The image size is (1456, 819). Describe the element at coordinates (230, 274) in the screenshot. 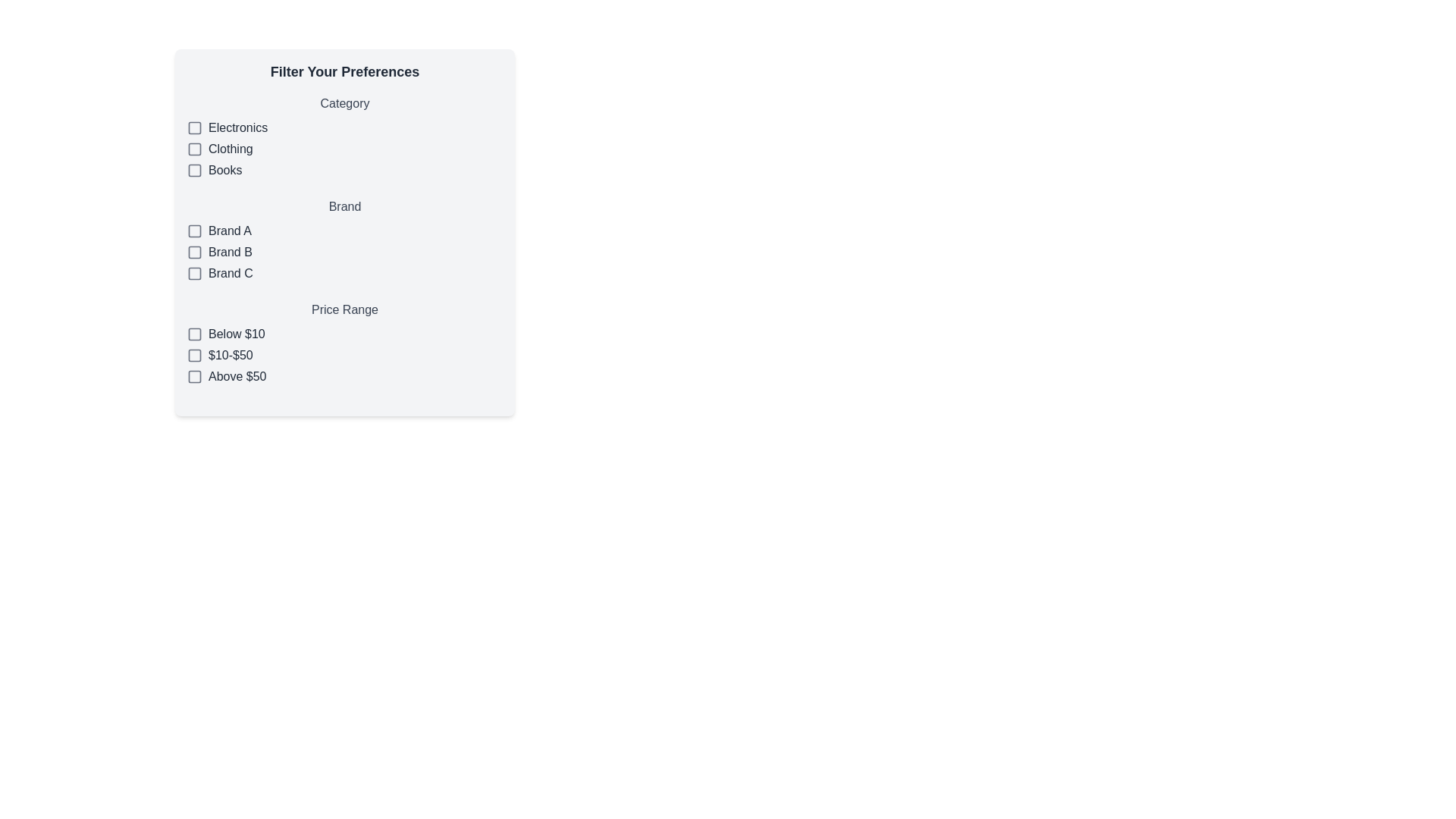

I see `the informative text label for 'Brand C' which is the third item under the 'Brand' section of the filter menu` at that location.